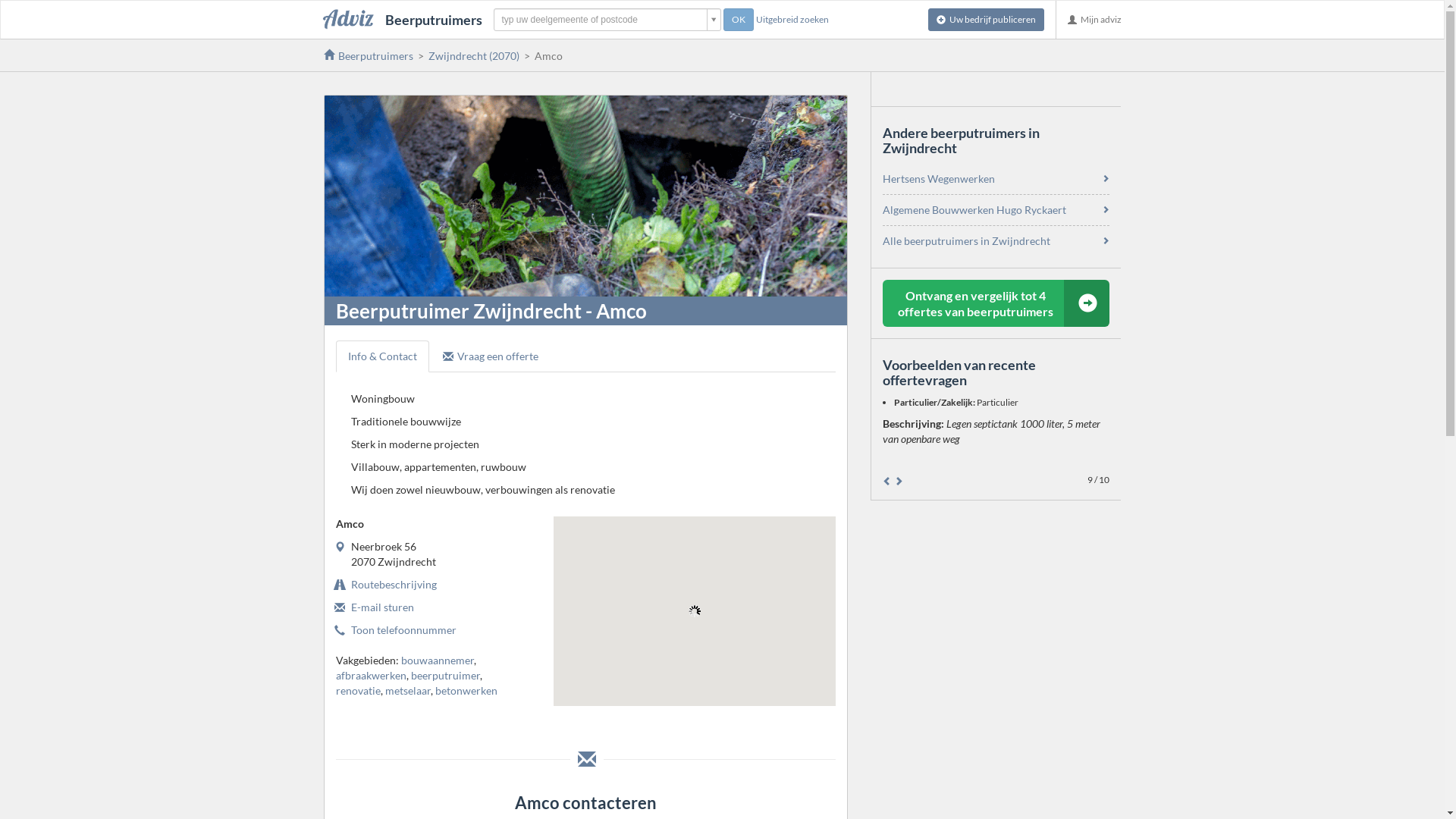 The image size is (1456, 819). Describe the element at coordinates (996, 303) in the screenshot. I see `'Ontvang en vergelijk tot 4 offertes van beerputruimers'` at that location.